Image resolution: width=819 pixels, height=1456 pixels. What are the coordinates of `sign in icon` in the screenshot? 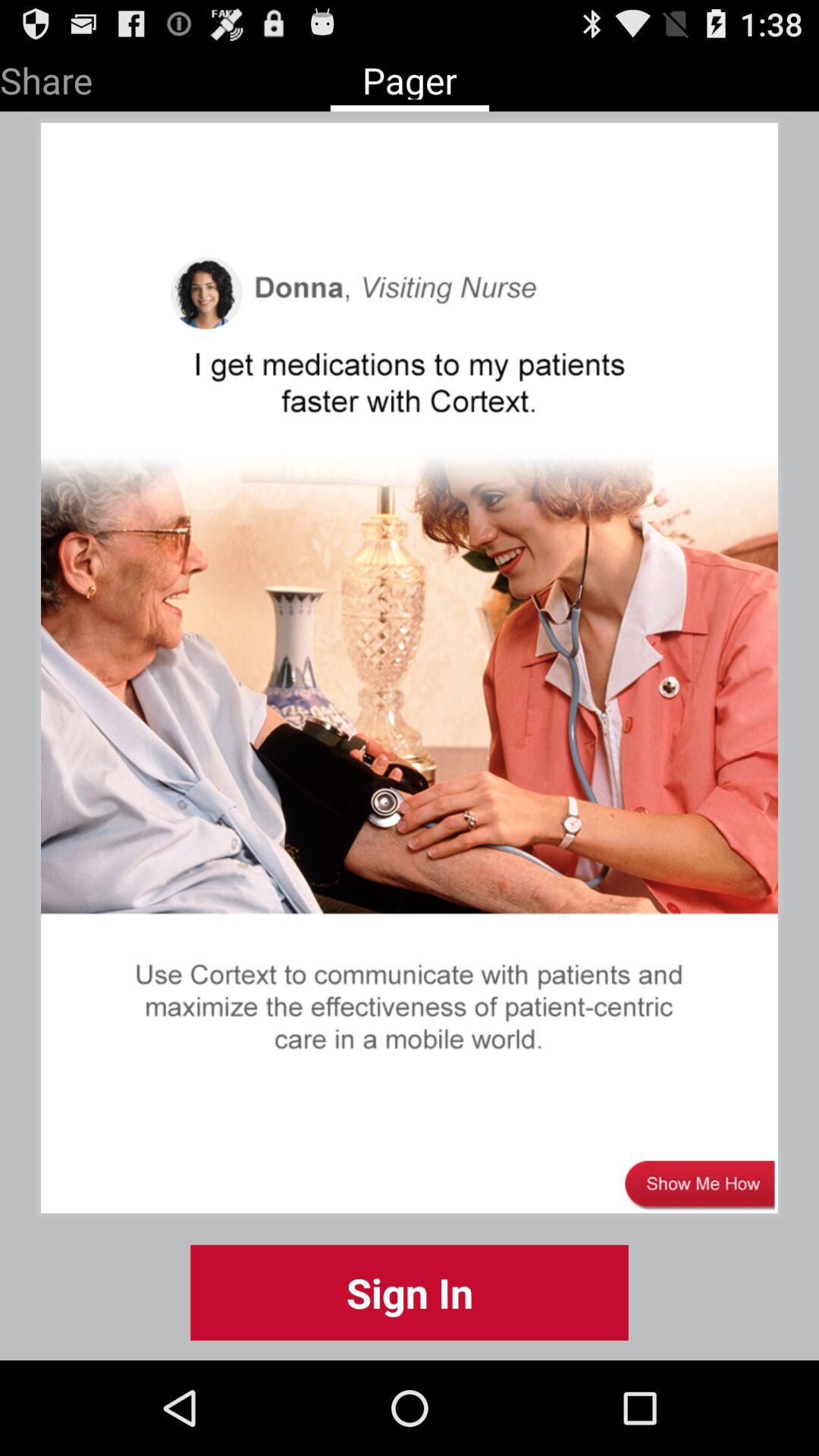 It's located at (409, 1291).